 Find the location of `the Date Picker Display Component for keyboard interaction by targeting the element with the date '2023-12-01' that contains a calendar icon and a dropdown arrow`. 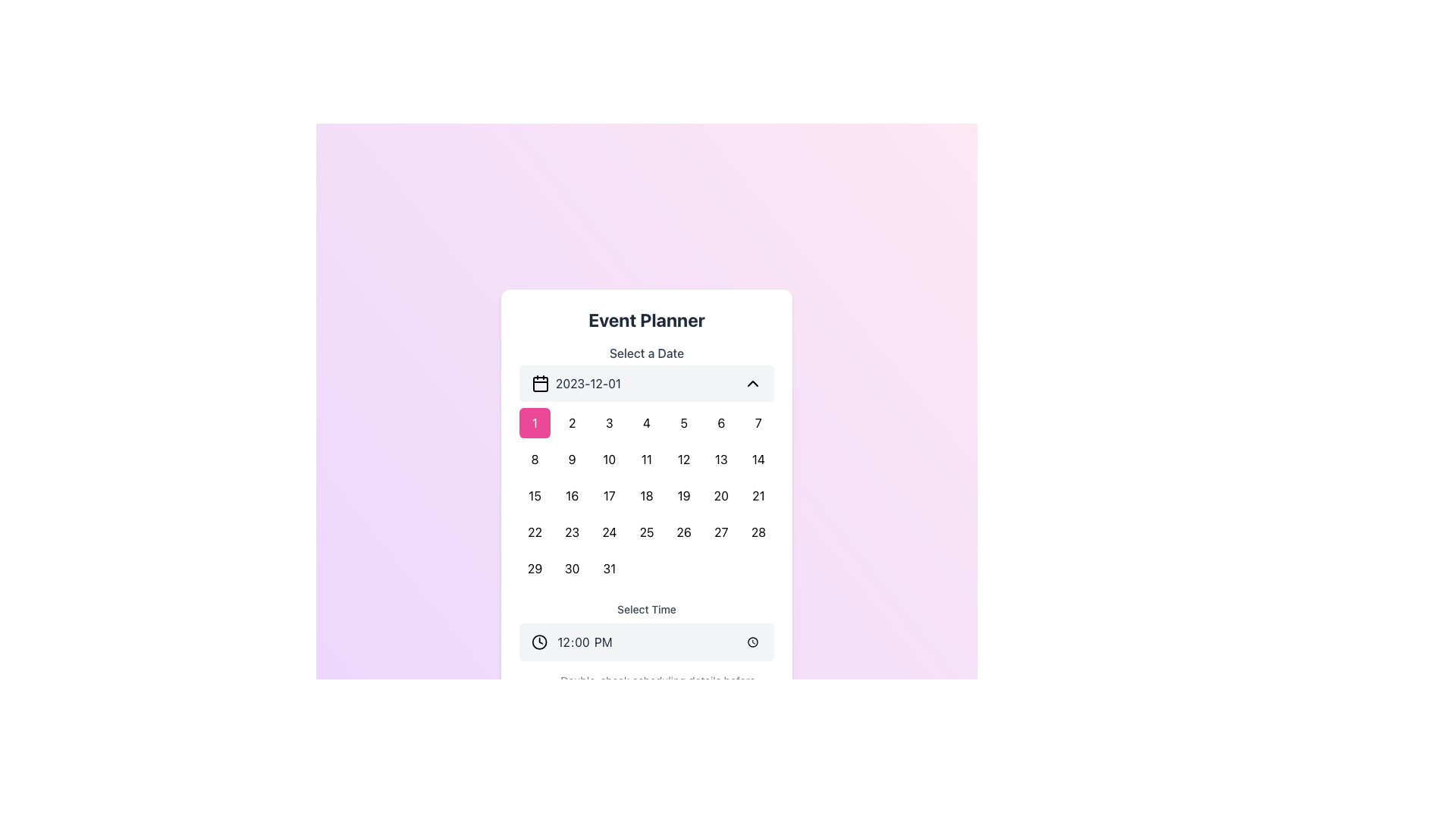

the Date Picker Display Component for keyboard interaction by targeting the element with the date '2023-12-01' that contains a calendar icon and a dropdown arrow is located at coordinates (647, 382).